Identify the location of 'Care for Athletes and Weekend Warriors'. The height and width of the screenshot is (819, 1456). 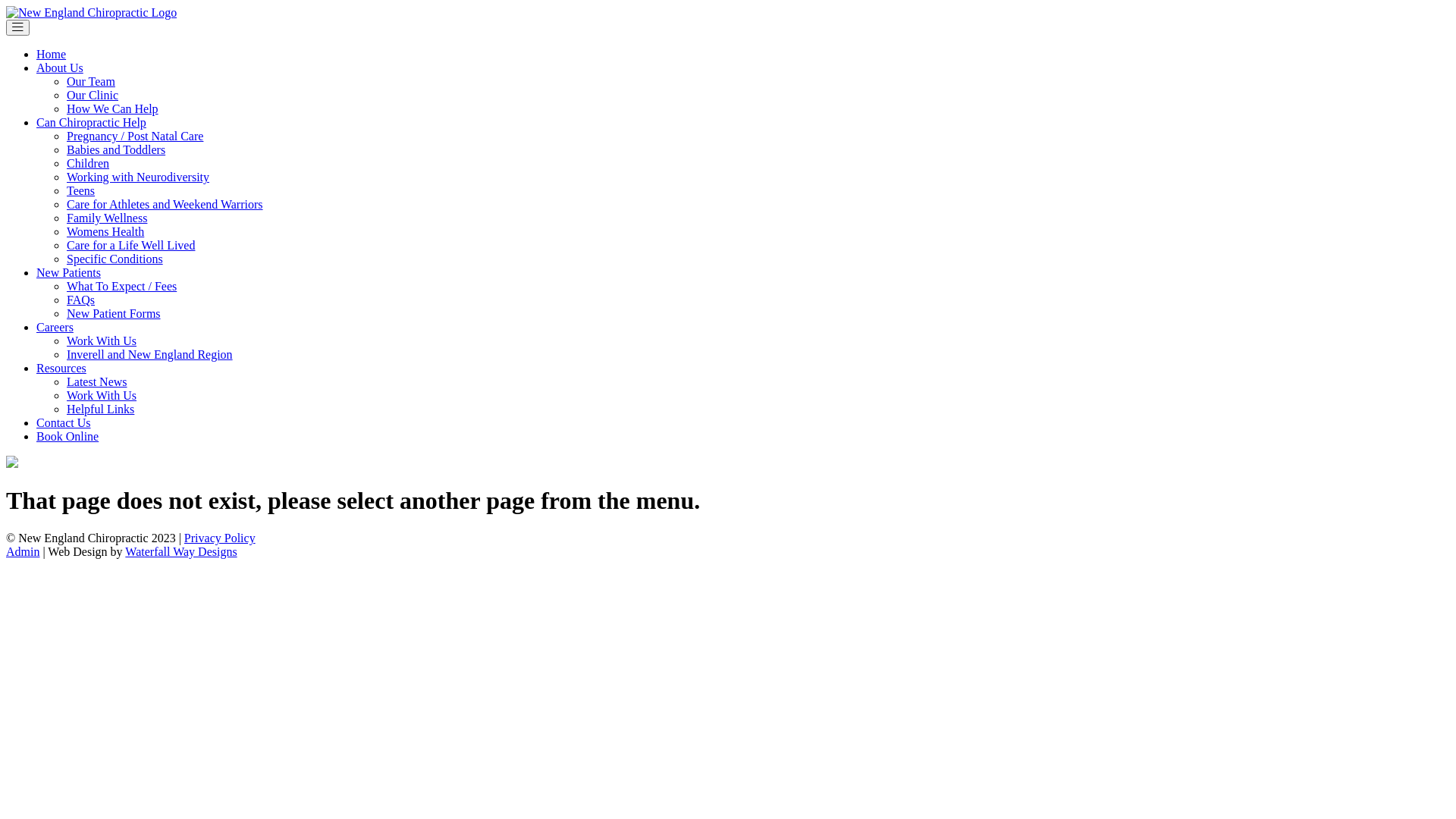
(65, 203).